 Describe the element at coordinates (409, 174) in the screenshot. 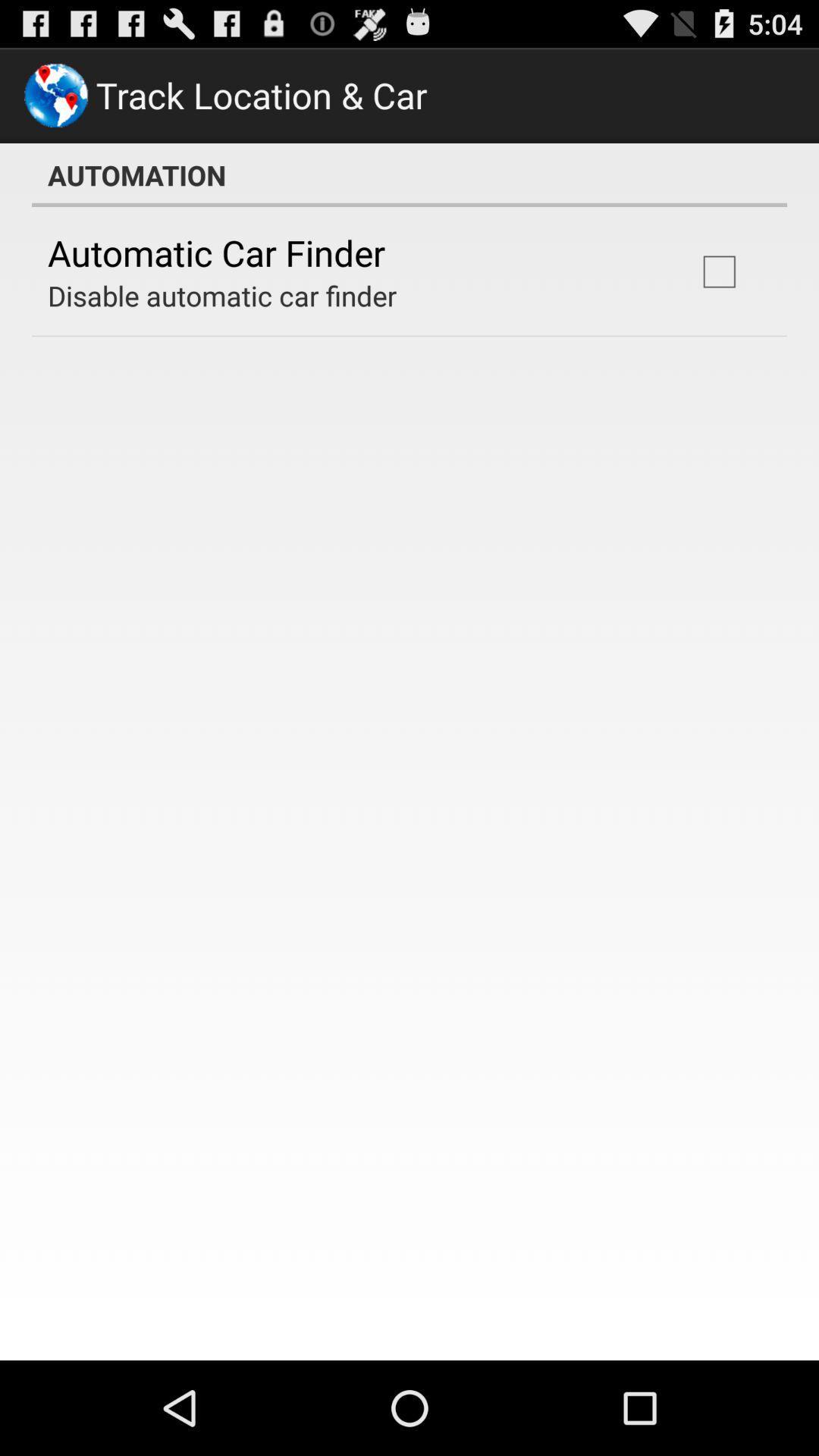

I see `the item above the automatic car finder item` at that location.